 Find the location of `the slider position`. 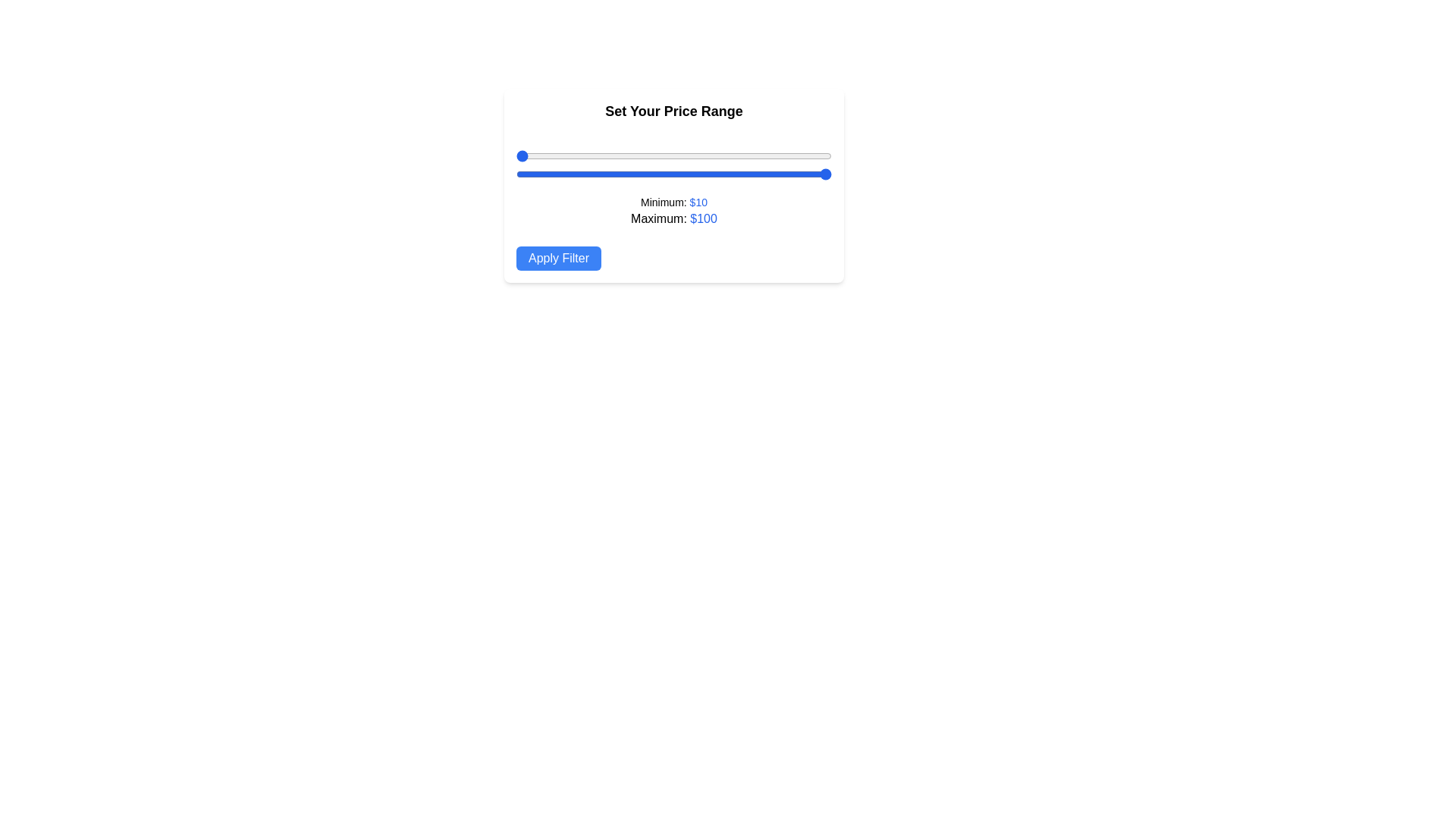

the slider position is located at coordinates (768, 155).